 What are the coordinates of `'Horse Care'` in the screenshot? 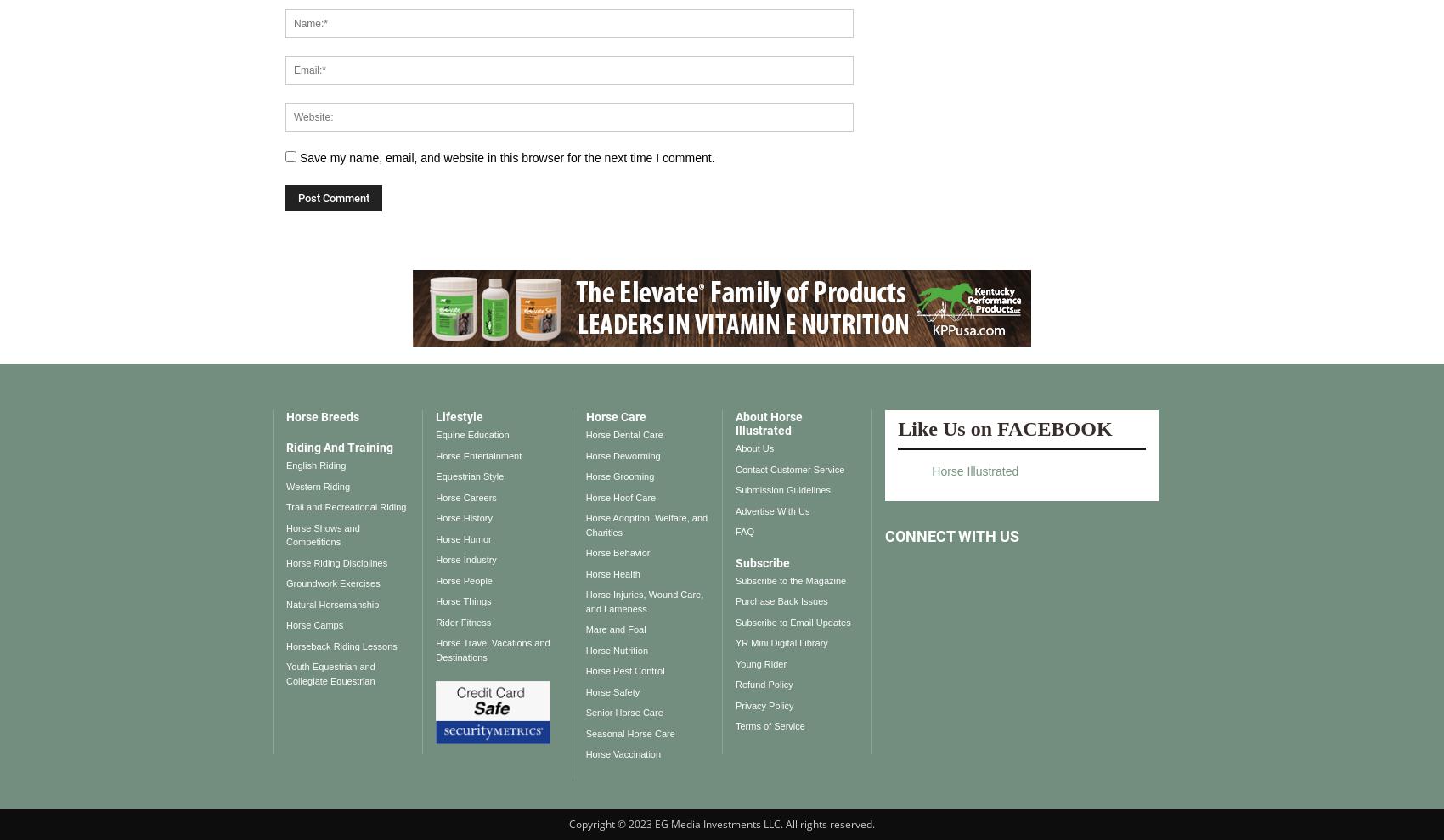 It's located at (615, 416).